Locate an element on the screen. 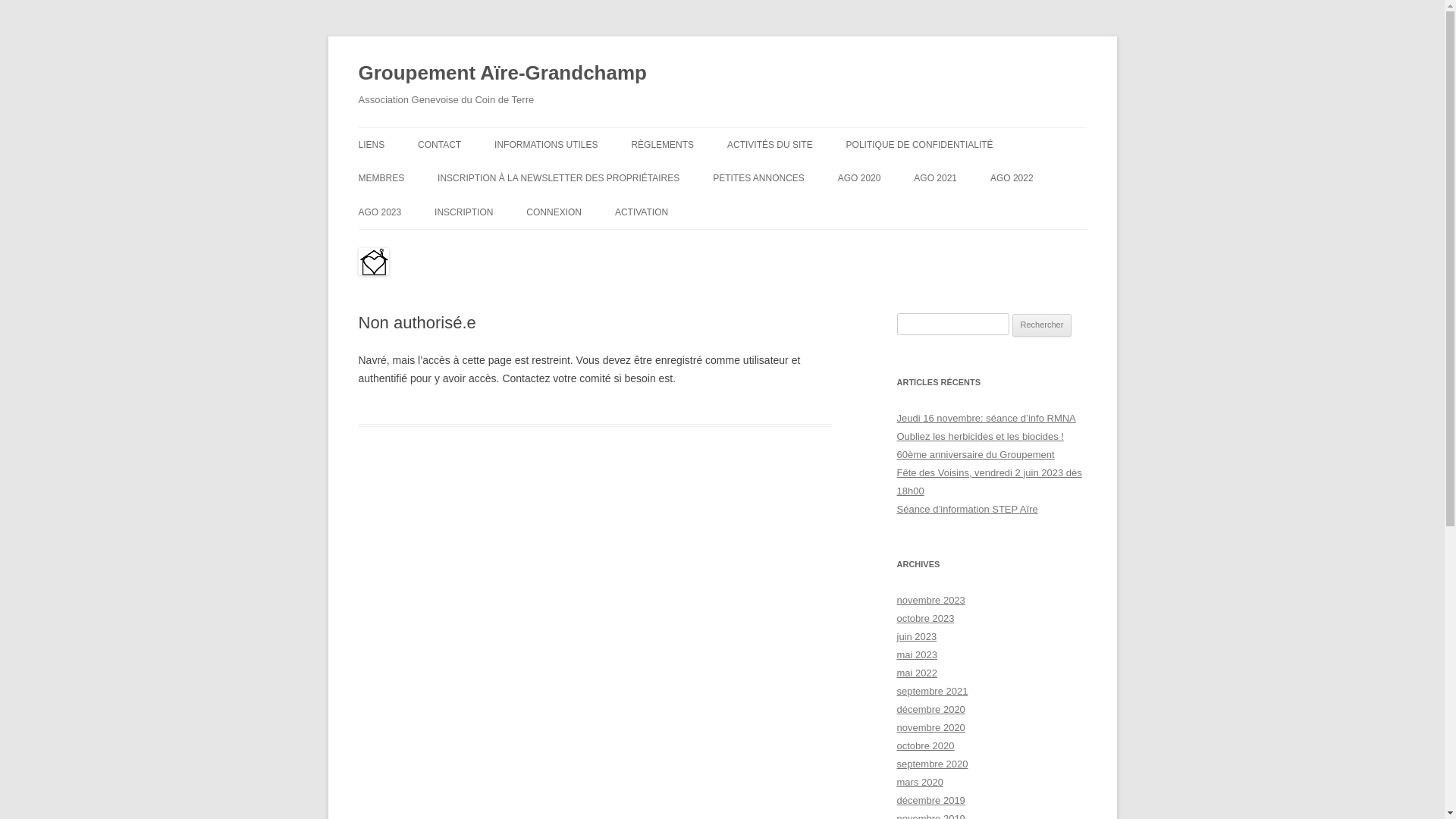 The width and height of the screenshot is (1456, 819). 'LIENS' is located at coordinates (371, 145).